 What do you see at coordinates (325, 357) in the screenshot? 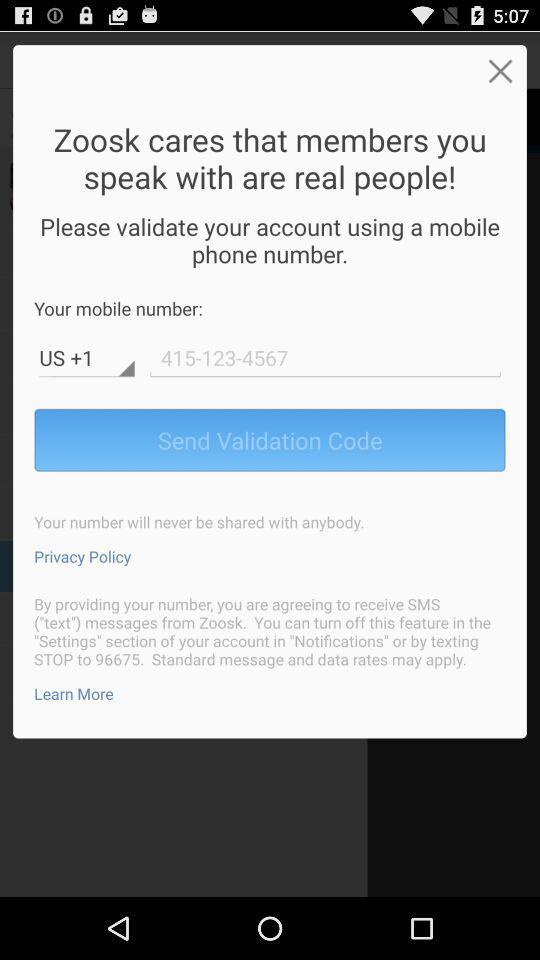
I see `mobile number` at bounding box center [325, 357].